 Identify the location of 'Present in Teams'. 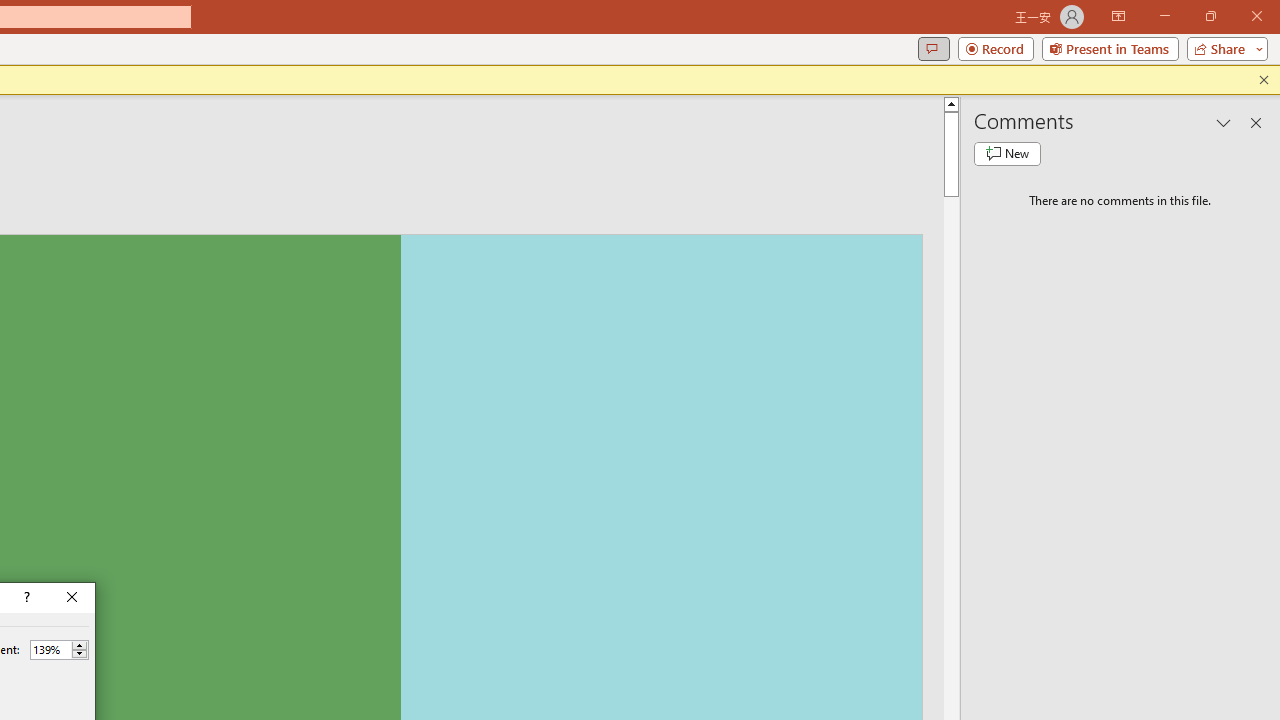
(1109, 47).